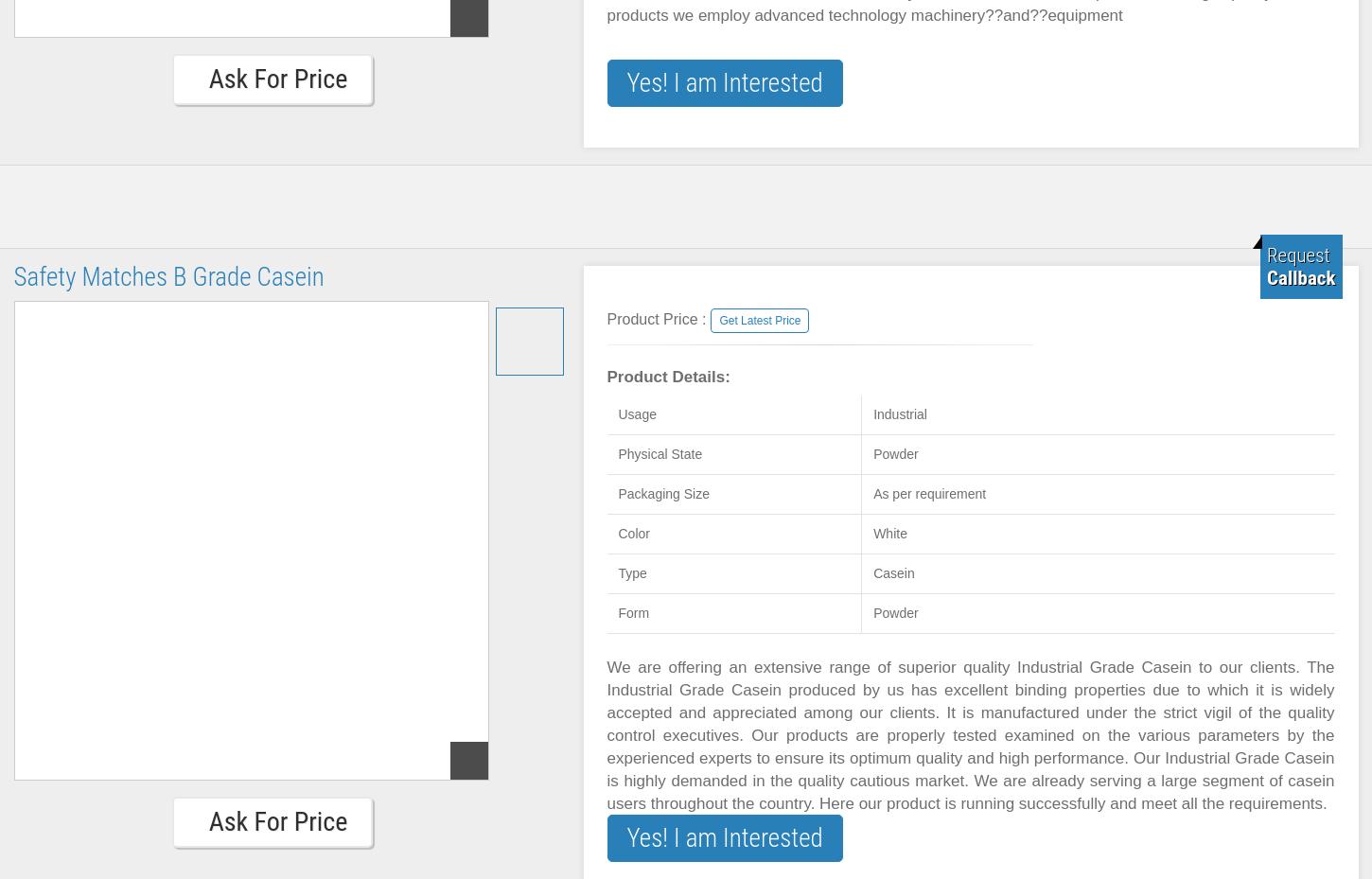 This screenshot has height=879, width=1372. Describe the element at coordinates (616, 611) in the screenshot. I see `'Form'` at that location.